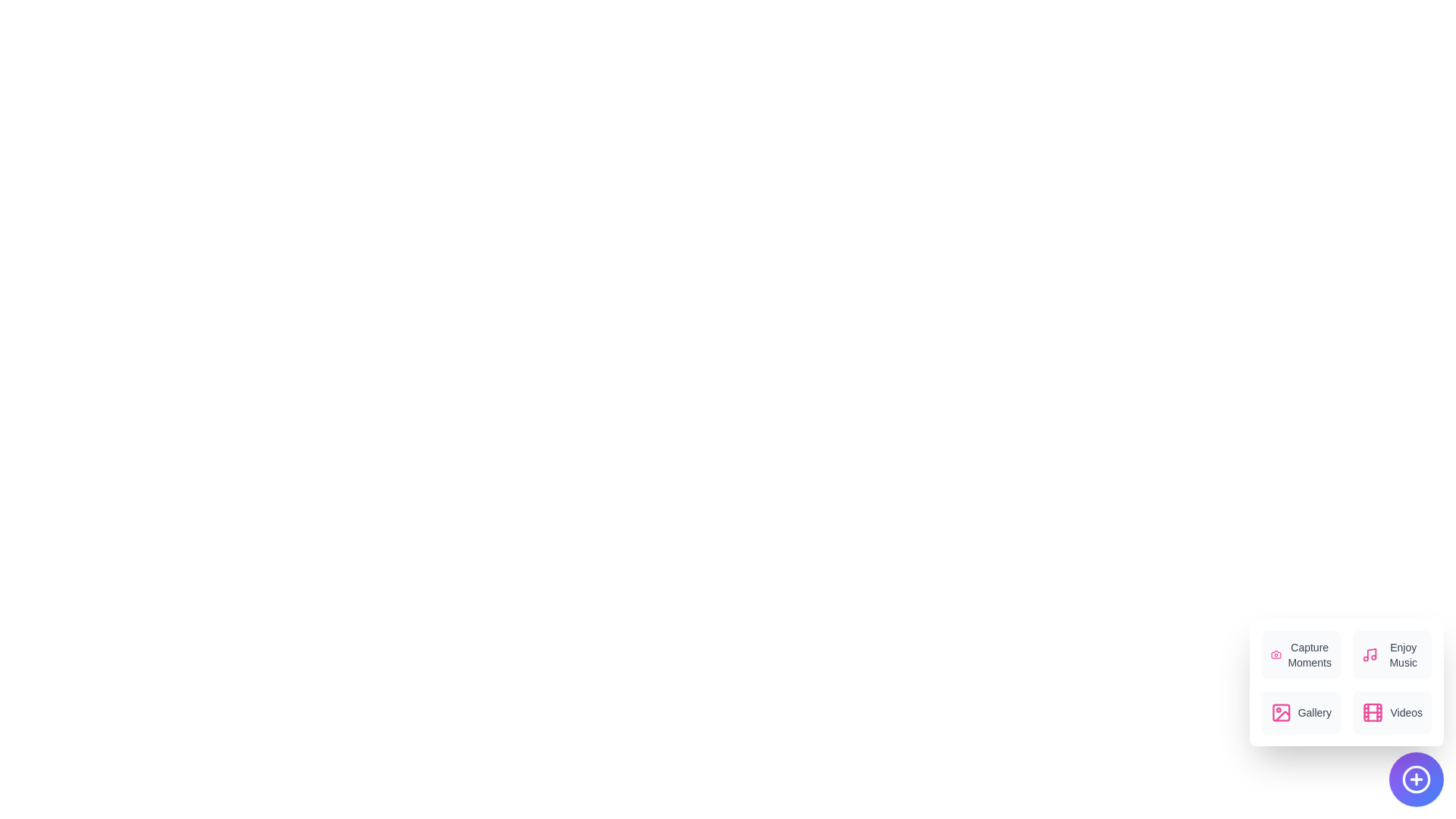  What do you see at coordinates (1301, 713) in the screenshot?
I see `the Gallery from the speed dial menu` at bounding box center [1301, 713].